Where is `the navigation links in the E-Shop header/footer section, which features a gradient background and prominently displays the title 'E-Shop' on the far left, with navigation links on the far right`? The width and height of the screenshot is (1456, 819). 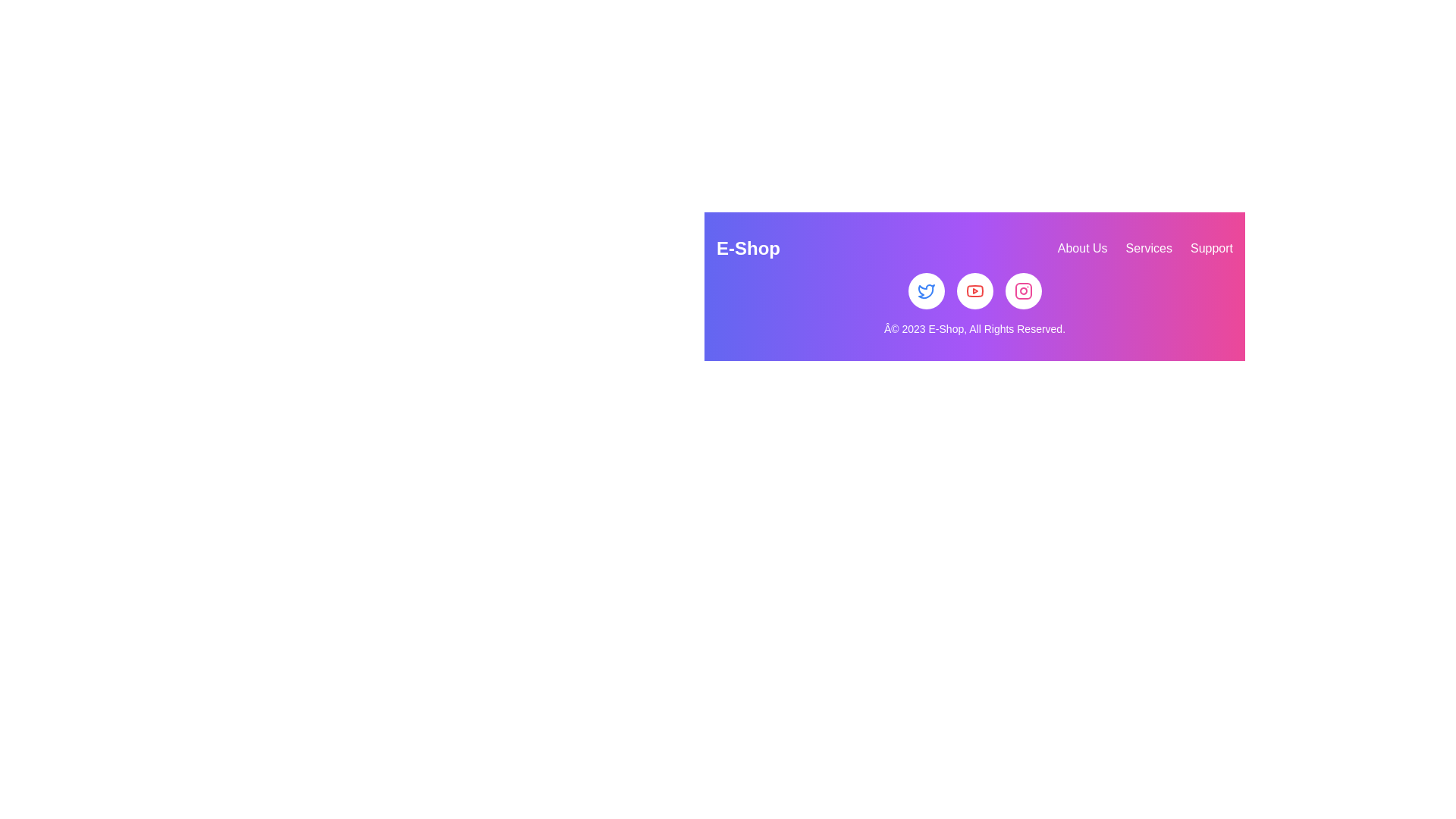 the navigation links in the E-Shop header/footer section, which features a gradient background and prominently displays the title 'E-Shop' on the far left, with navigation links on the far right is located at coordinates (974, 287).